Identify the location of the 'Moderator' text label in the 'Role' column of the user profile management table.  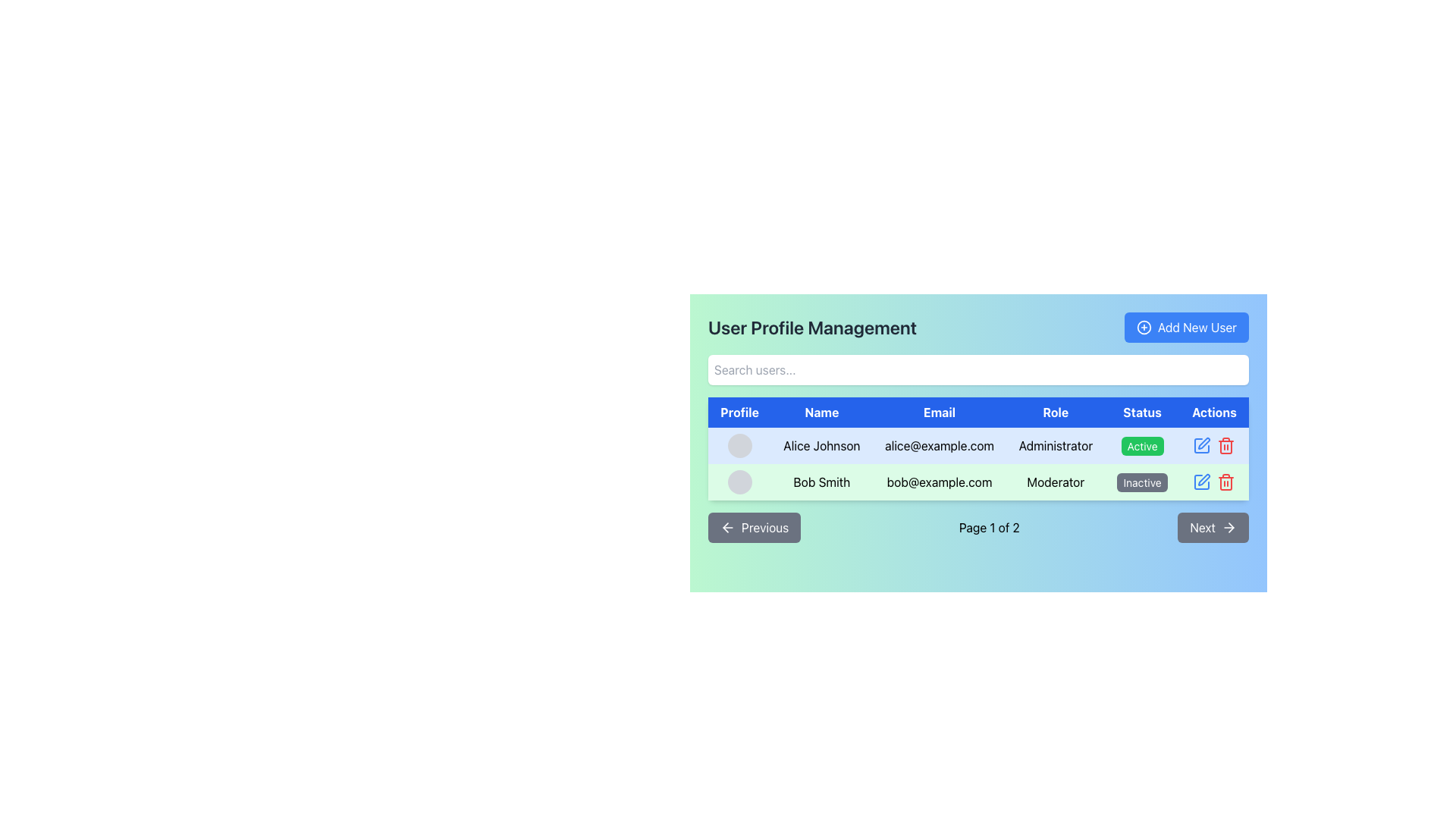
(1055, 482).